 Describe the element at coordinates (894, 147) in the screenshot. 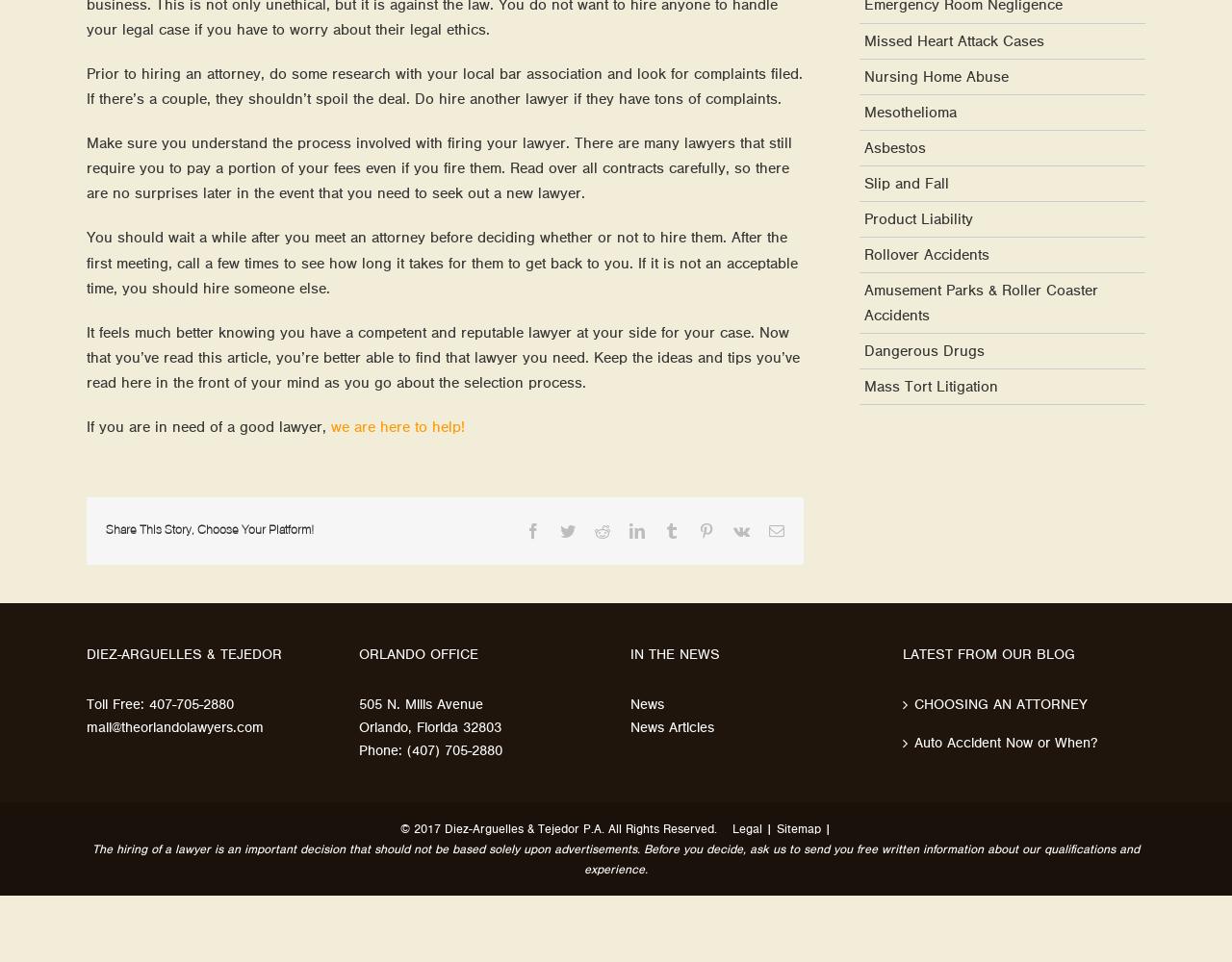

I see `'Asbestos'` at that location.